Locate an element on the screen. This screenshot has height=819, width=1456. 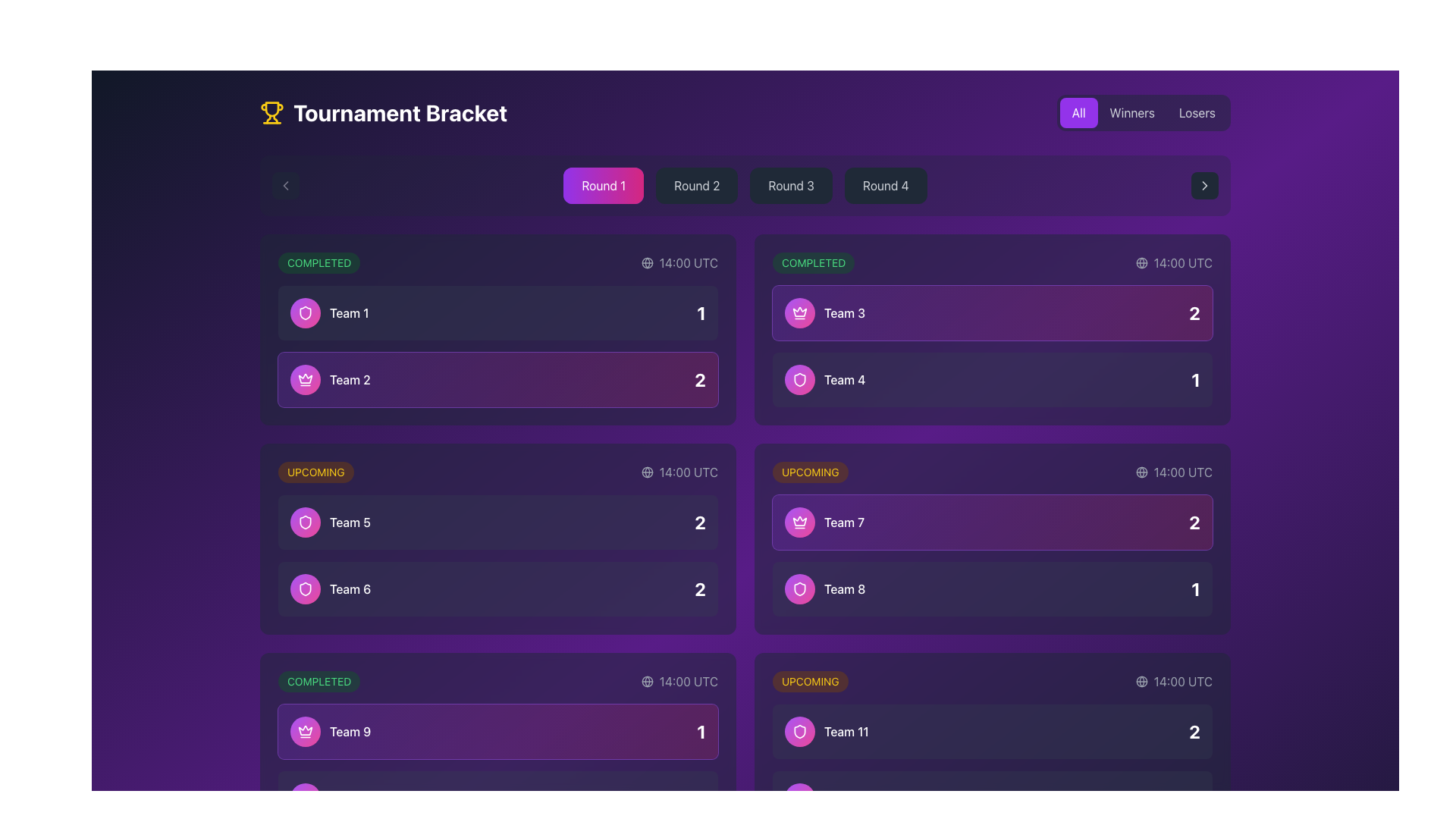
the Informational card displaying 'Team 4' with a score of '1' located in the second row of the right column of match cards in the 'Tournament Bracket' interface is located at coordinates (993, 379).